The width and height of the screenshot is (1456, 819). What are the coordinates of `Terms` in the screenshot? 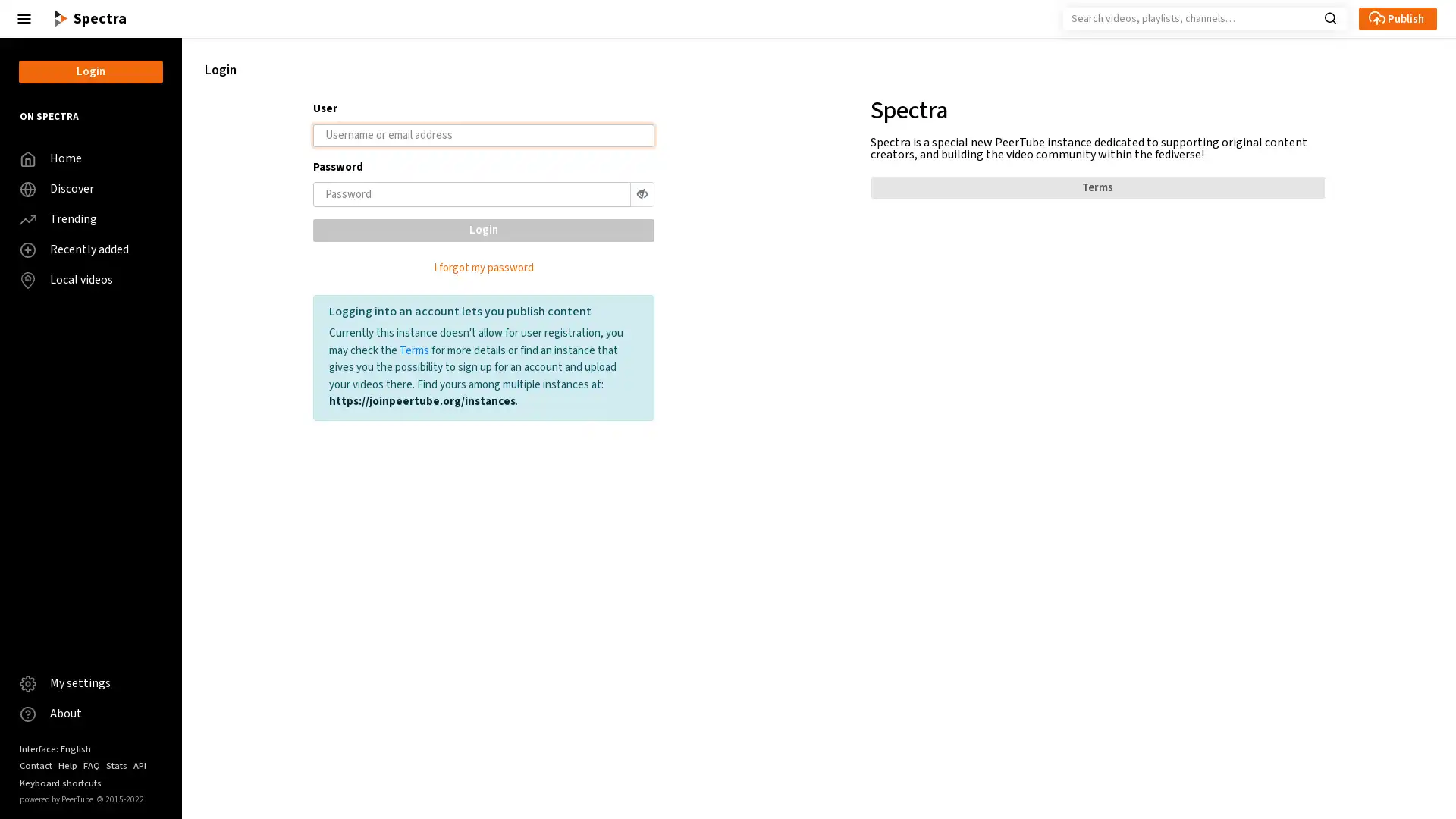 It's located at (1097, 187).